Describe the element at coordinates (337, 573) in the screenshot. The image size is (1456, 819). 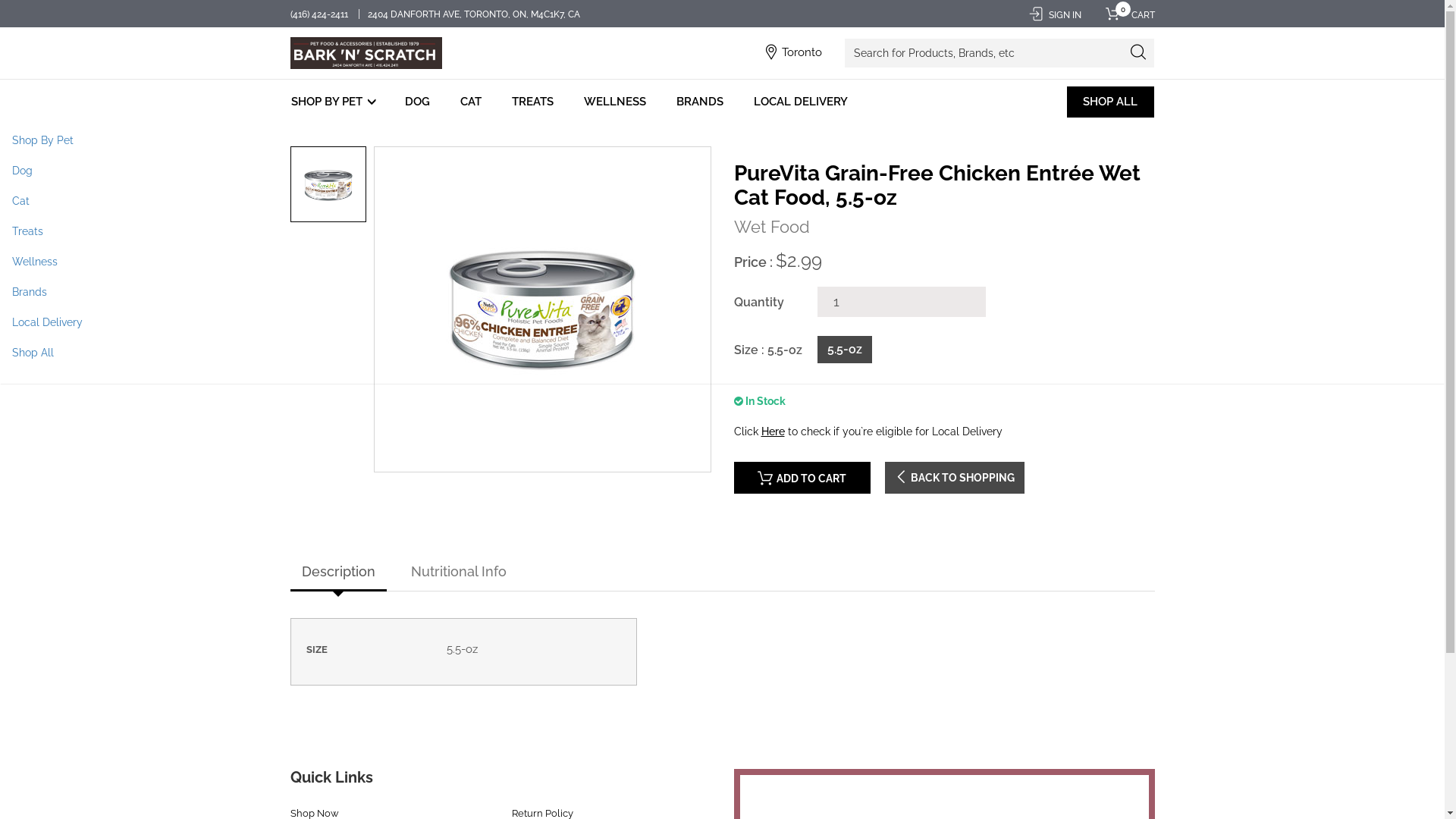
I see `'Description'` at that location.